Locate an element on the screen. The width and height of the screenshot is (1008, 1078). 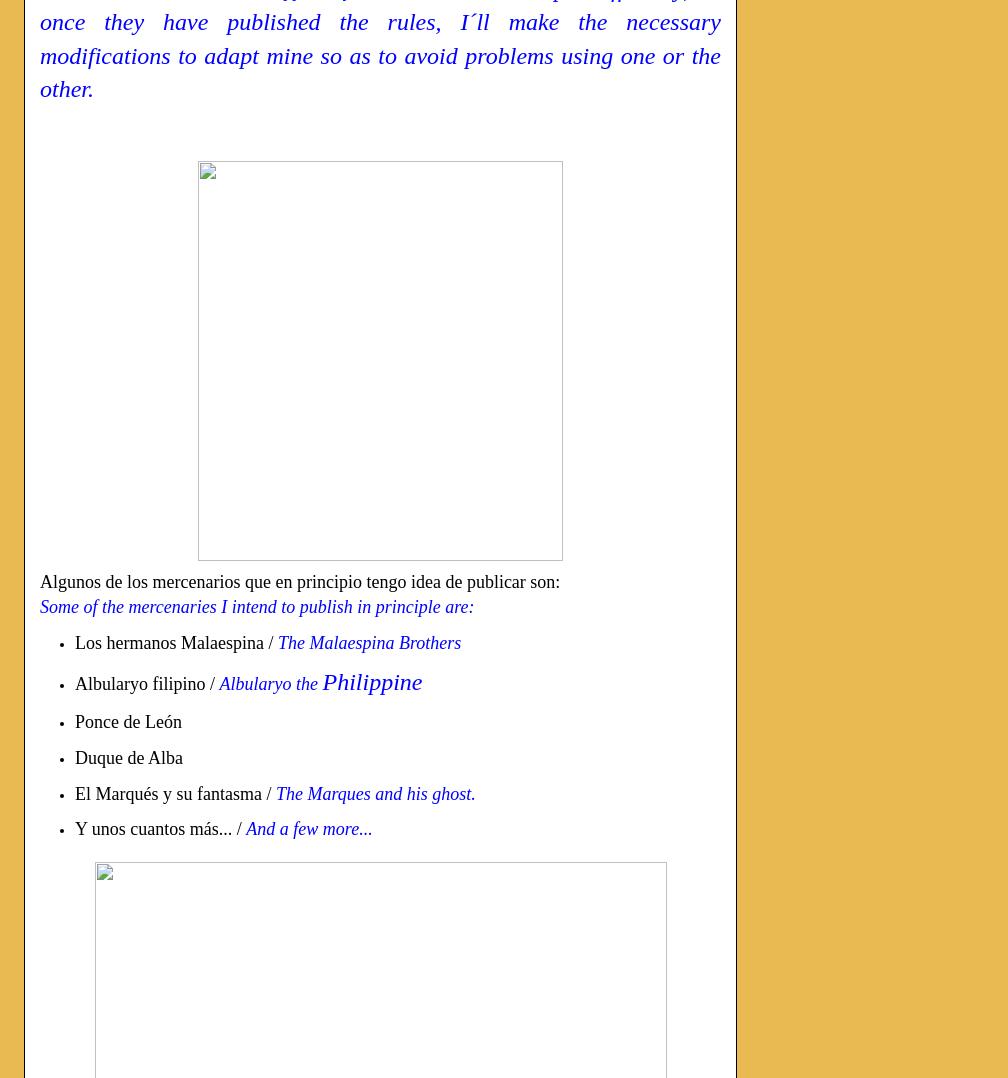
'Some of the mercenaries I intend to publish in principle are:' is located at coordinates (40, 606).